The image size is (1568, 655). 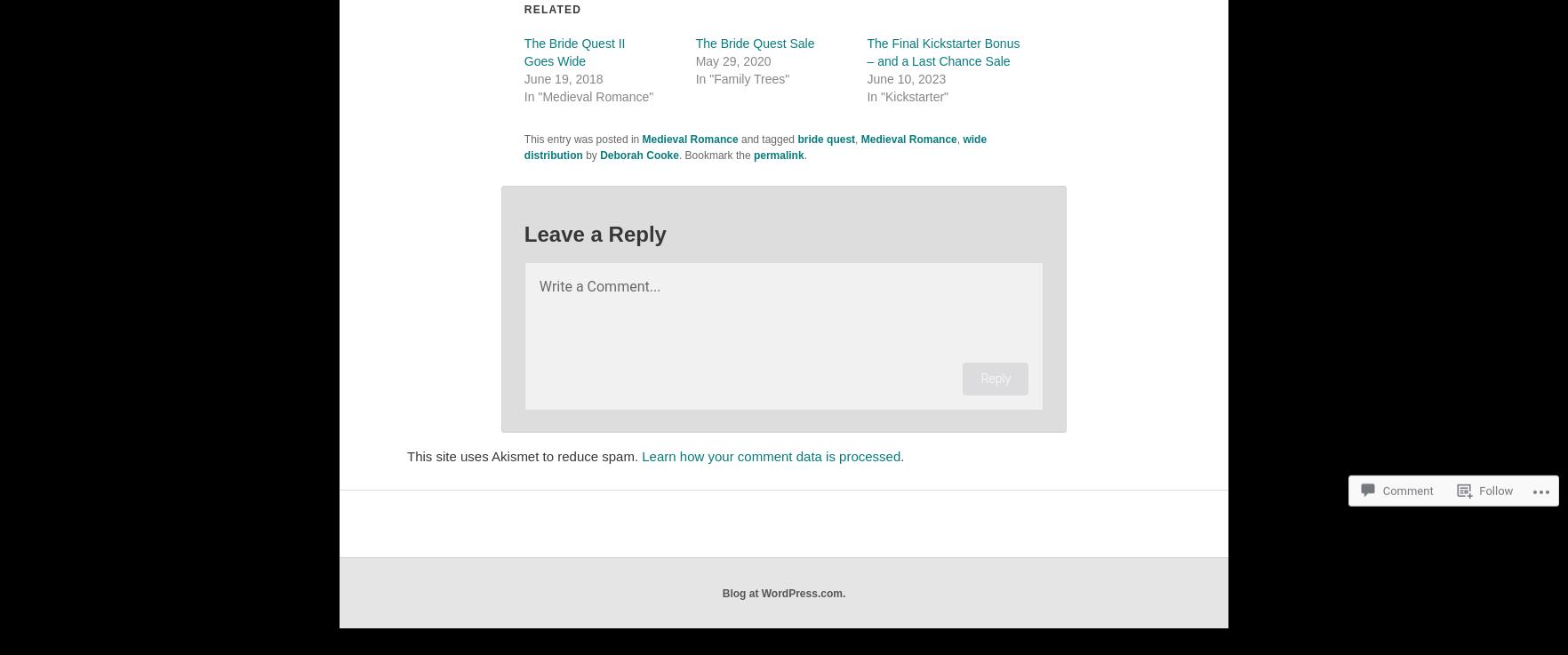 I want to click on 'Leave a Reply', so click(x=595, y=233).